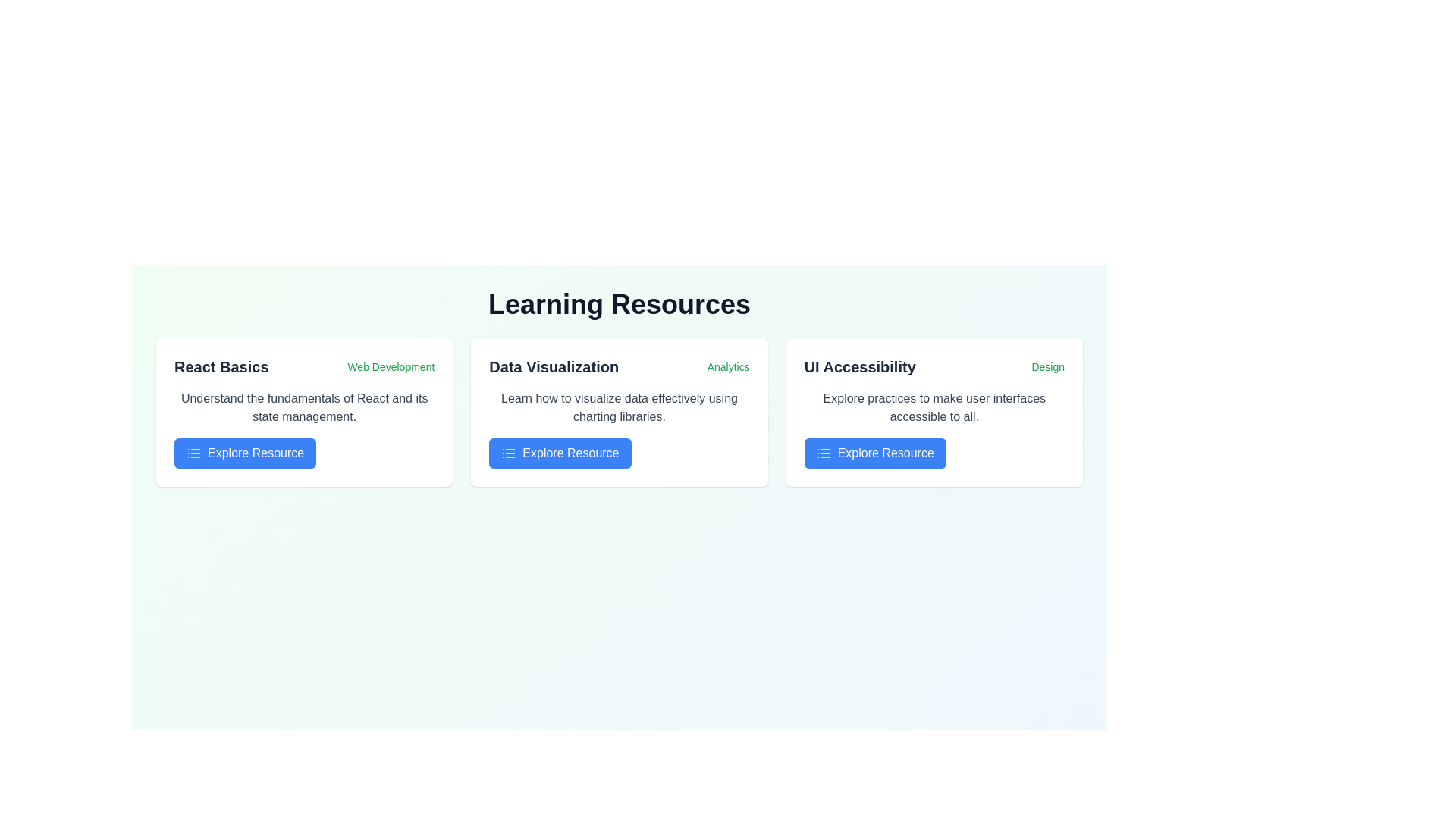 The height and width of the screenshot is (819, 1456). What do you see at coordinates (728, 366) in the screenshot?
I see `the 'Analytics' text label, which is styled in a small green font and located to the right of the 'Data Visualization' title in the second card of a three-card layout` at bounding box center [728, 366].